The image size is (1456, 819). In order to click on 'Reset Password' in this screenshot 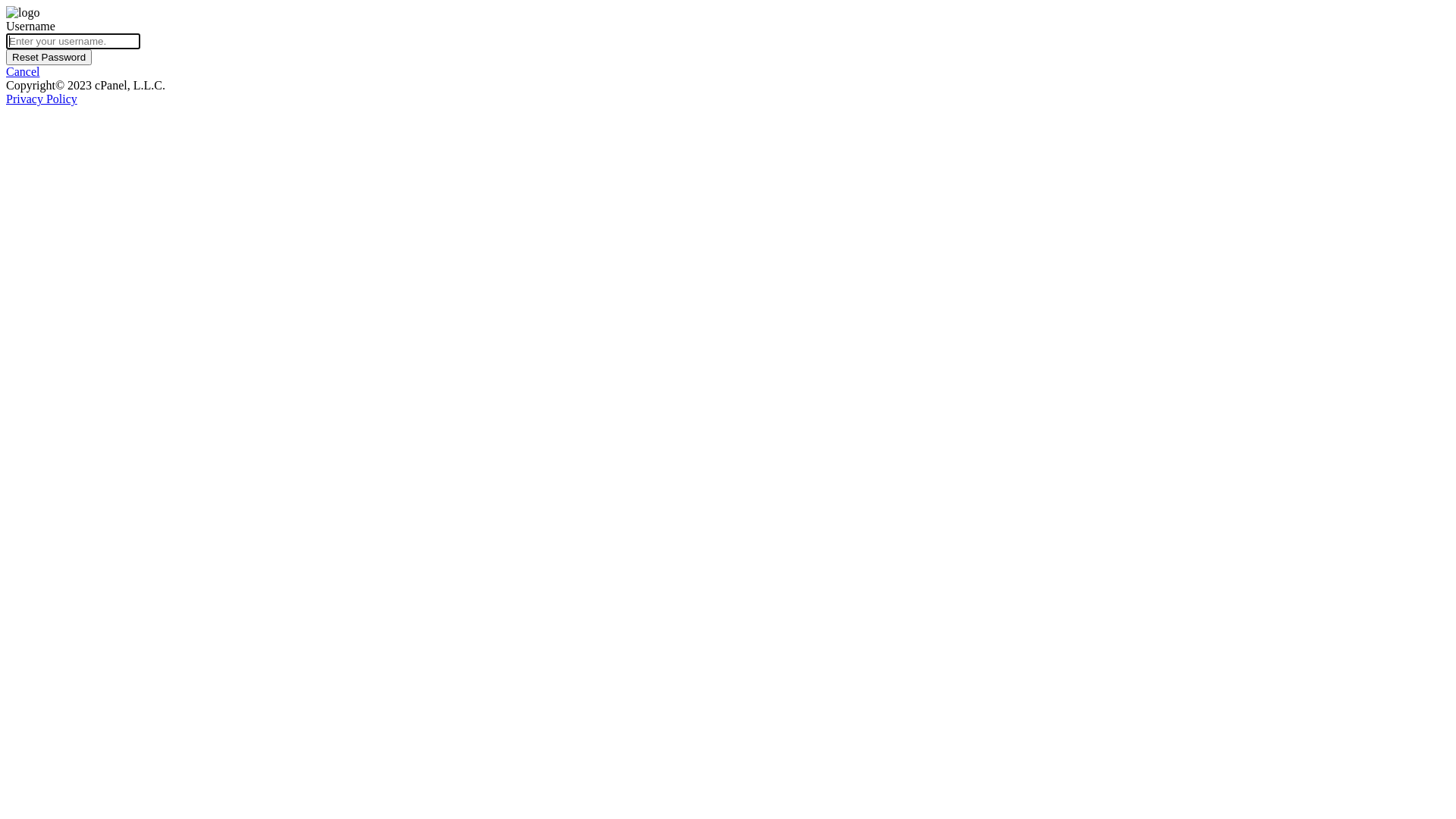, I will do `click(6, 56)`.